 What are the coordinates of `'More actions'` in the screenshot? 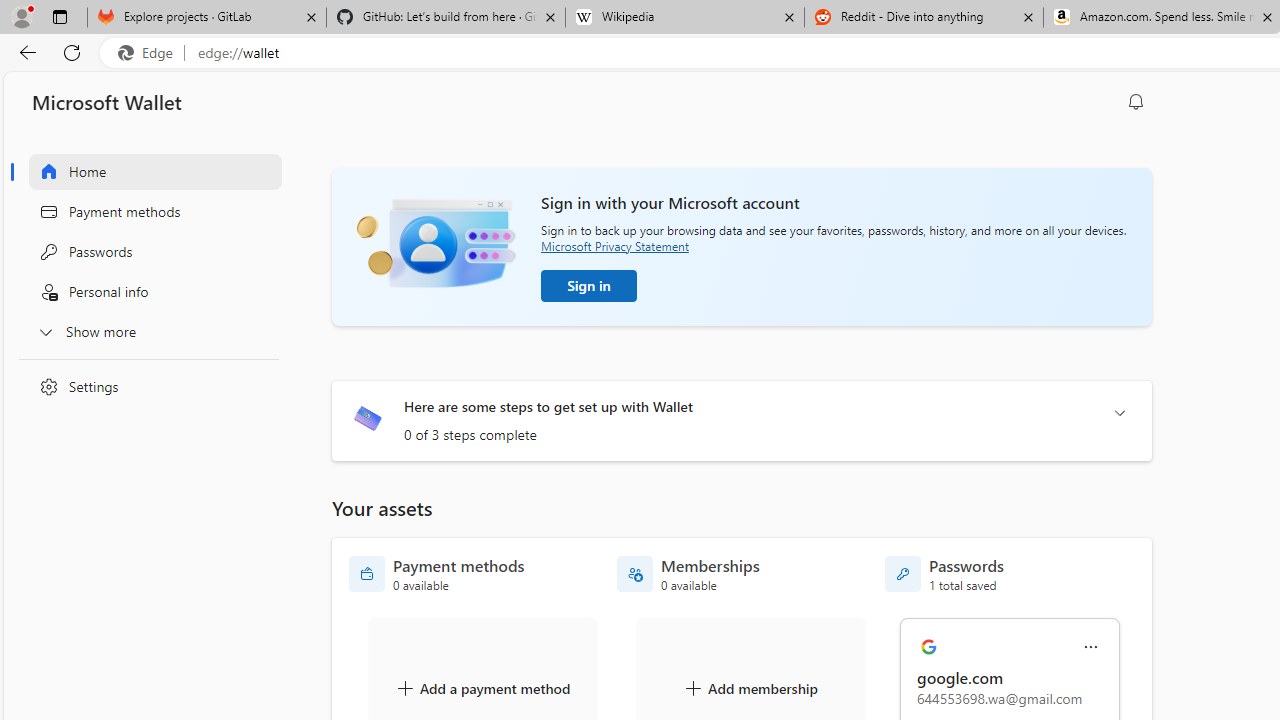 It's located at (1090, 647).